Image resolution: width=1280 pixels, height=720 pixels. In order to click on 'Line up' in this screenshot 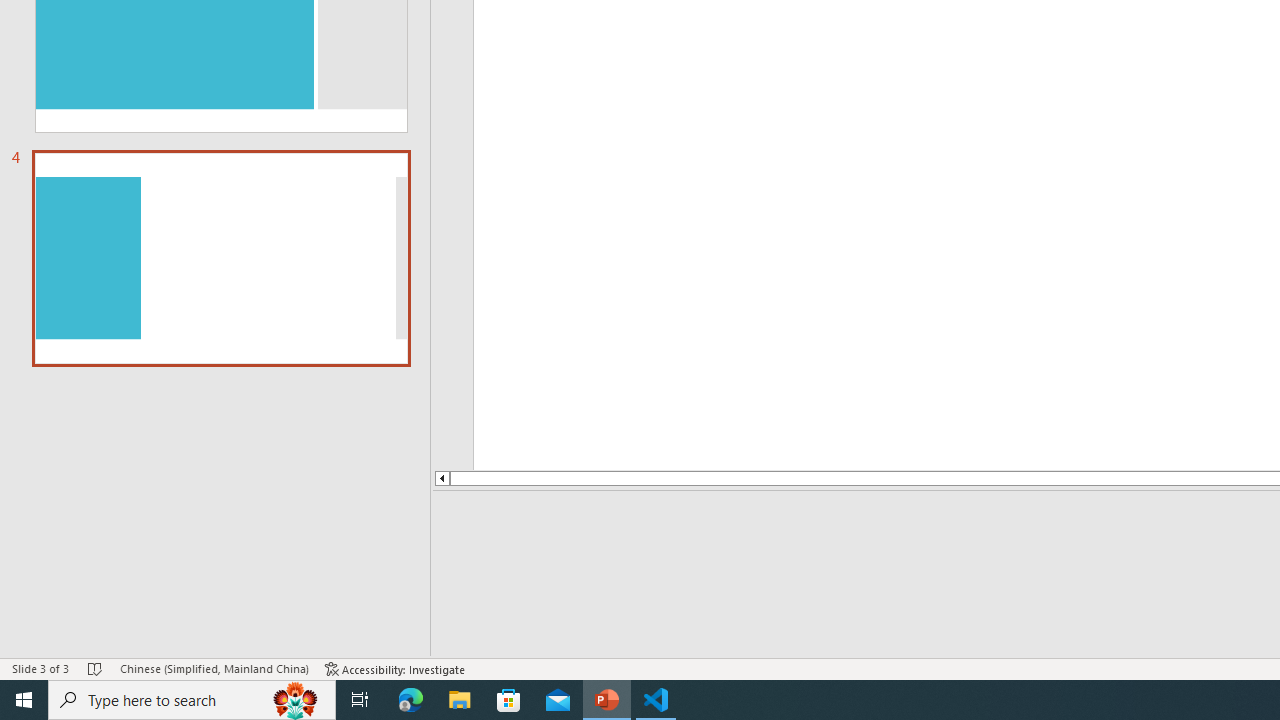, I will do `click(398, 478)`.